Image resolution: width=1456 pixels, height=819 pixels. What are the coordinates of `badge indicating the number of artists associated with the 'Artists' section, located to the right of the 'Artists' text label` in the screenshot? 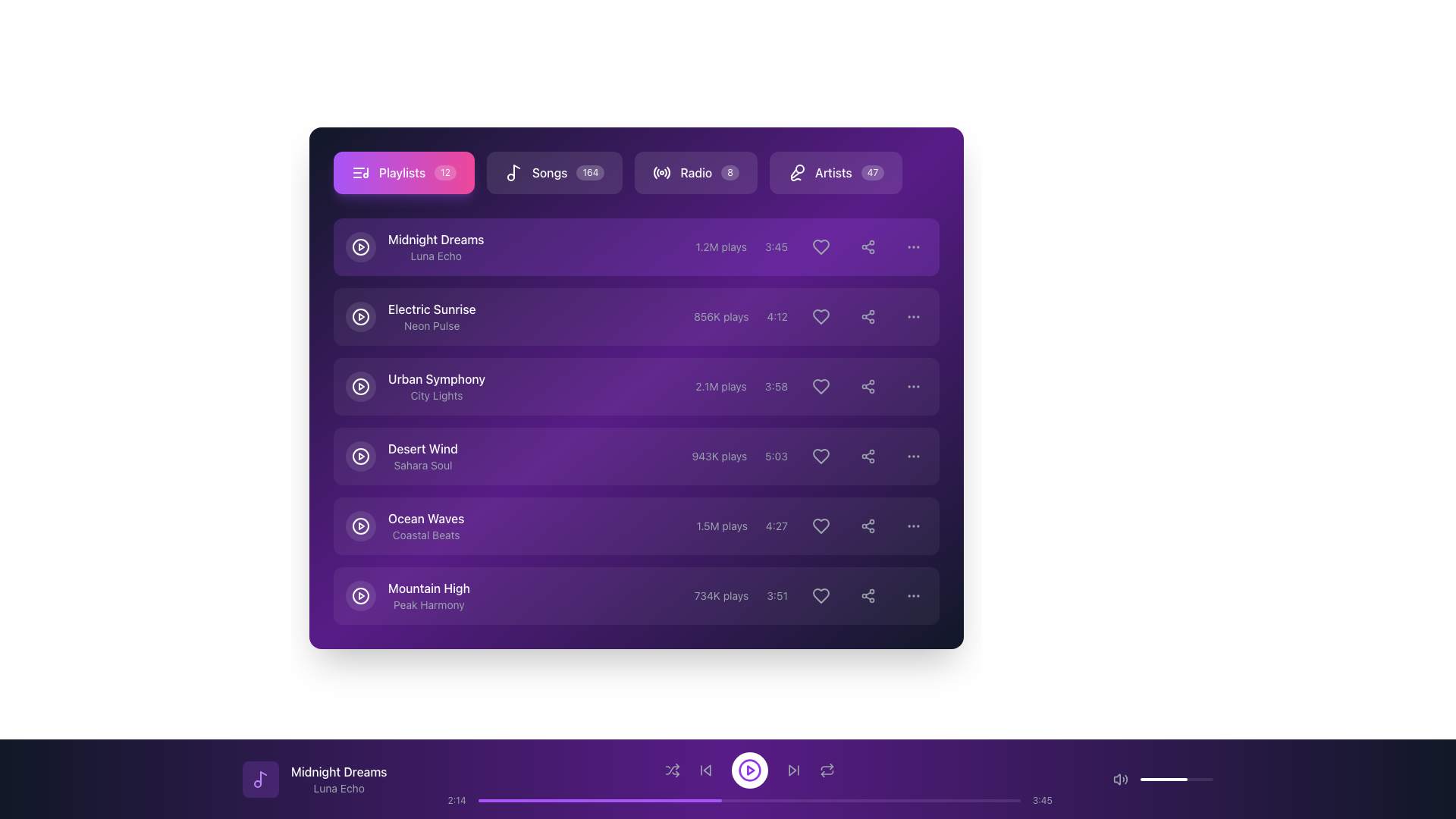 It's located at (873, 171).